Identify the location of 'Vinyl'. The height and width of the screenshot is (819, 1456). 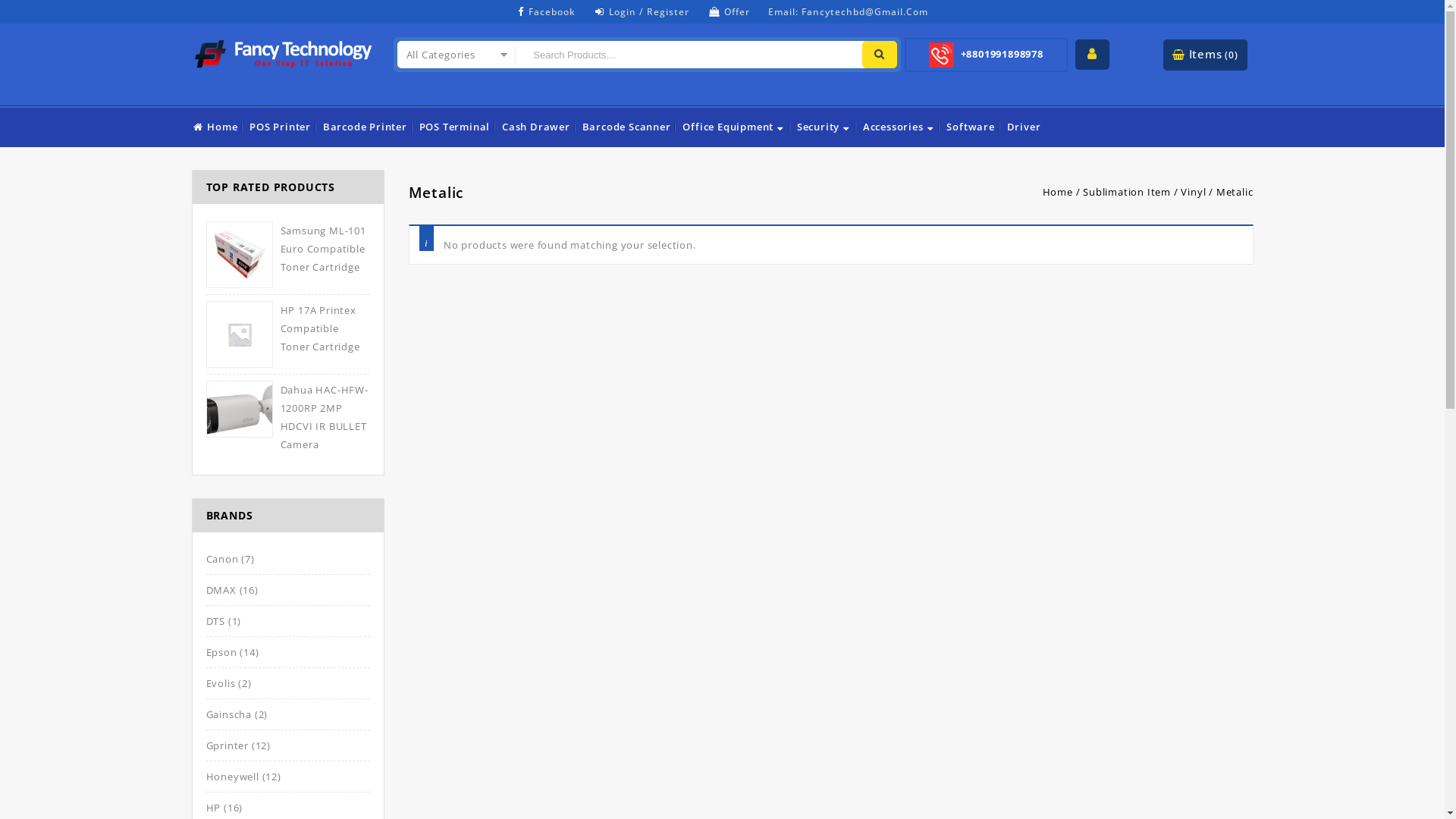
(1192, 191).